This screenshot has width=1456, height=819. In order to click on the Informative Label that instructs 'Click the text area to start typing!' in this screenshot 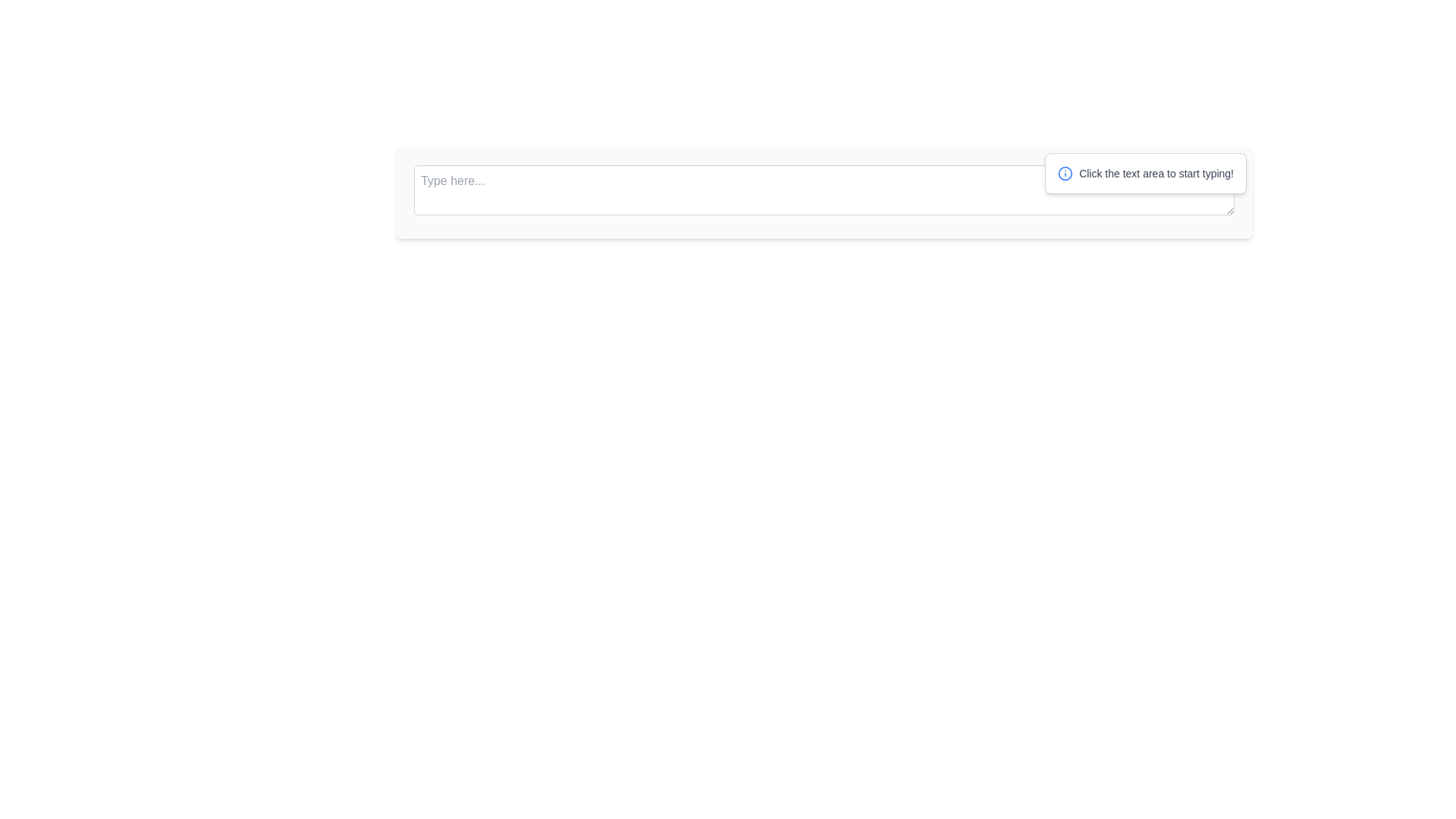, I will do `click(1146, 172)`.